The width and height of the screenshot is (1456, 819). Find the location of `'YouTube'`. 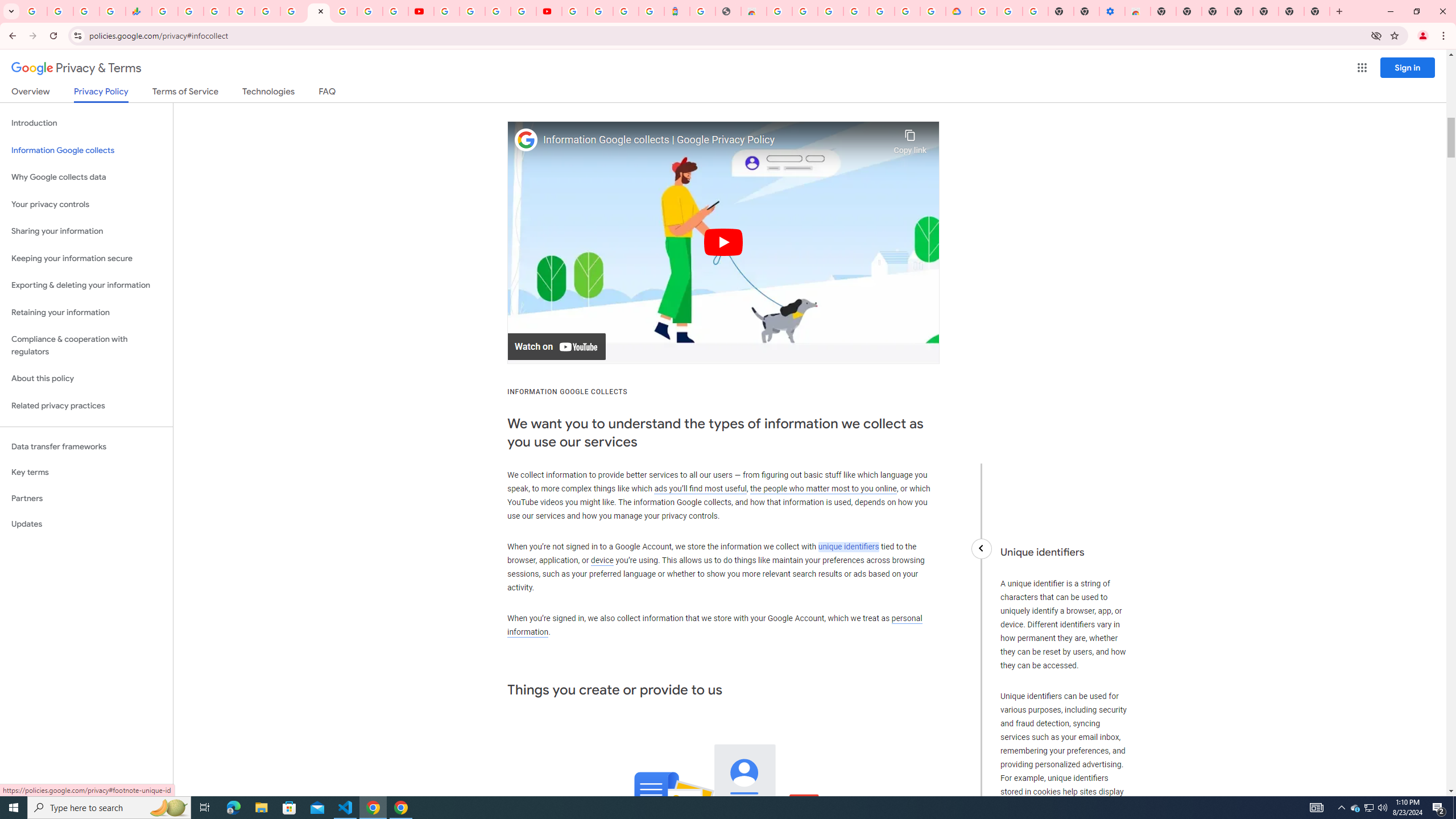

'YouTube' is located at coordinates (421, 11).